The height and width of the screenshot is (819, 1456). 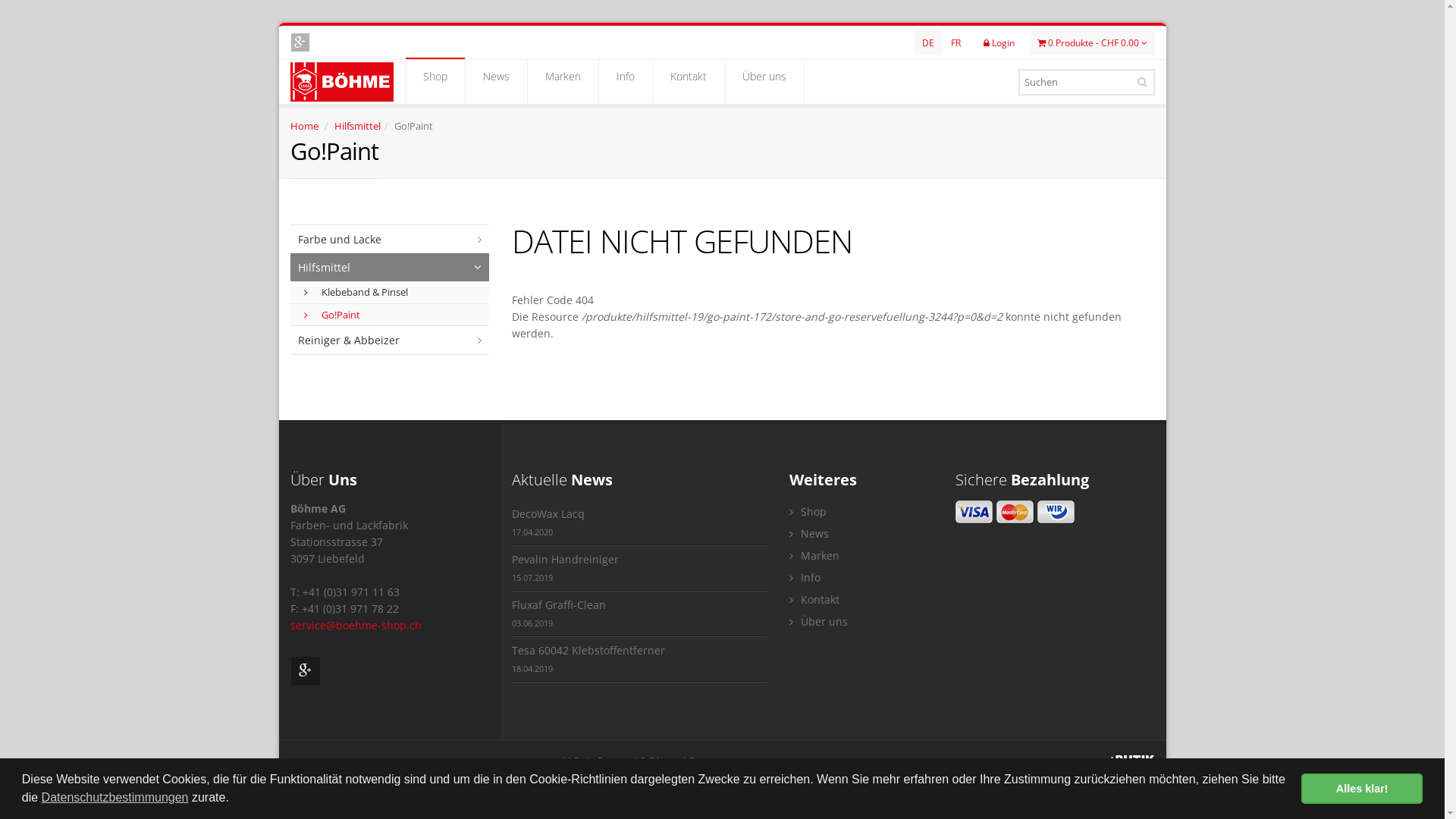 What do you see at coordinates (115, 797) in the screenshot?
I see `'Datenschutzbestimmungen'` at bounding box center [115, 797].